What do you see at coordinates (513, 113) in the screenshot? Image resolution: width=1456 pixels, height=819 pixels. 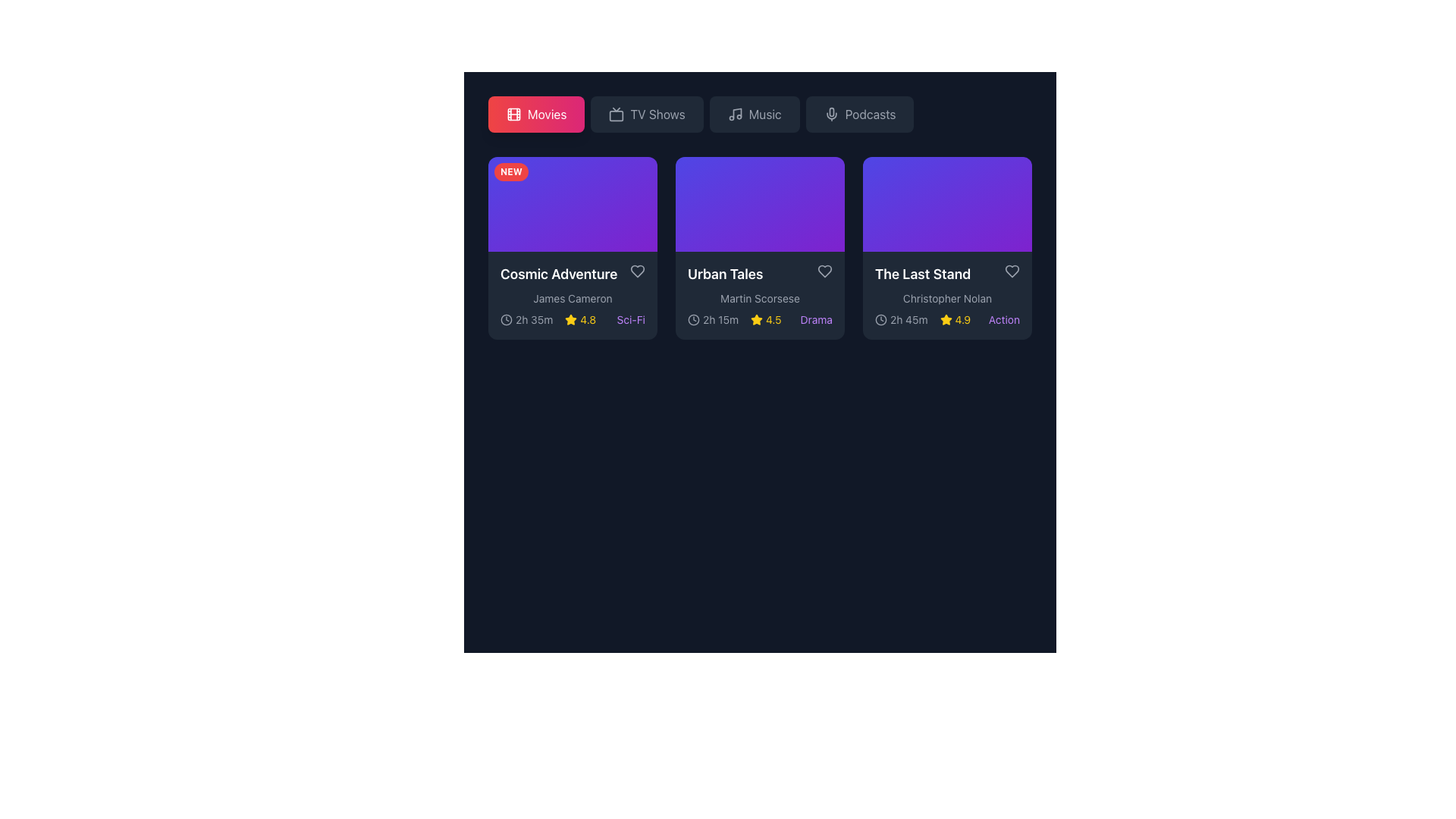 I see `the filmstrip icon located to the left of the 'Movies' label in the top-left menu bar` at bounding box center [513, 113].